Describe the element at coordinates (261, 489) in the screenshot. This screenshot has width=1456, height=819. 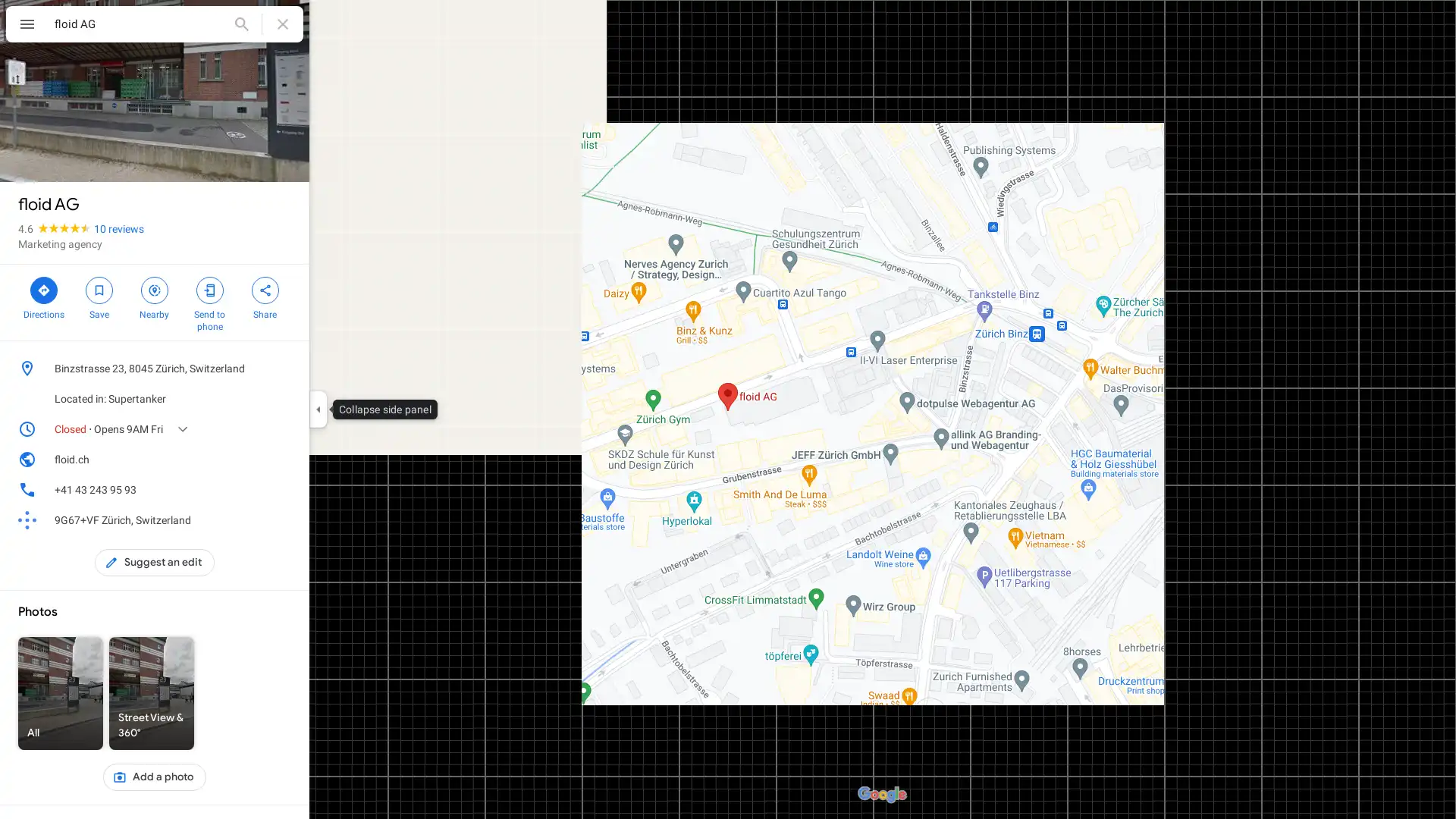
I see `Copy phone number` at that location.